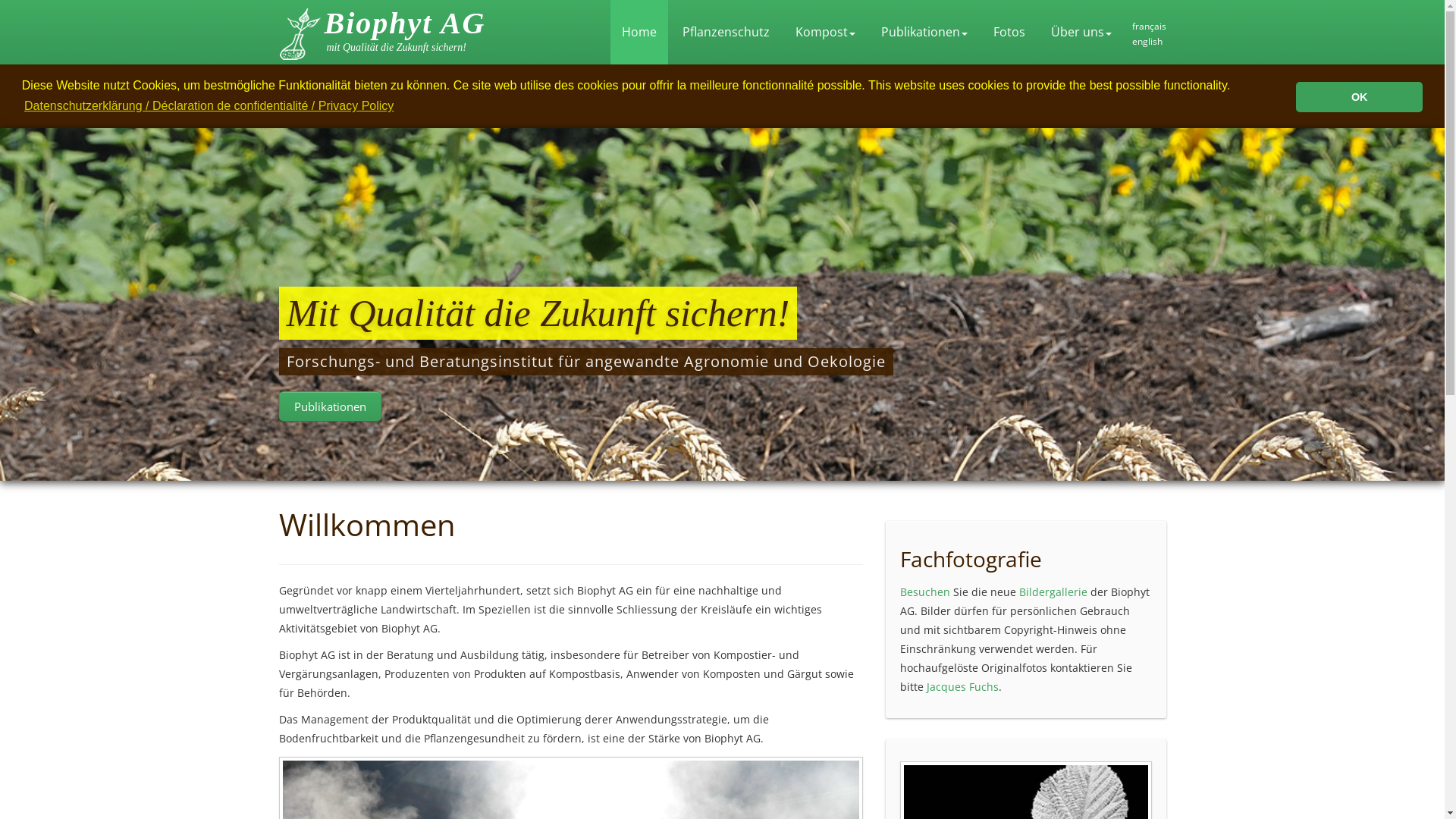 This screenshot has height=819, width=1456. What do you see at coordinates (638, 32) in the screenshot?
I see `'Home'` at bounding box center [638, 32].